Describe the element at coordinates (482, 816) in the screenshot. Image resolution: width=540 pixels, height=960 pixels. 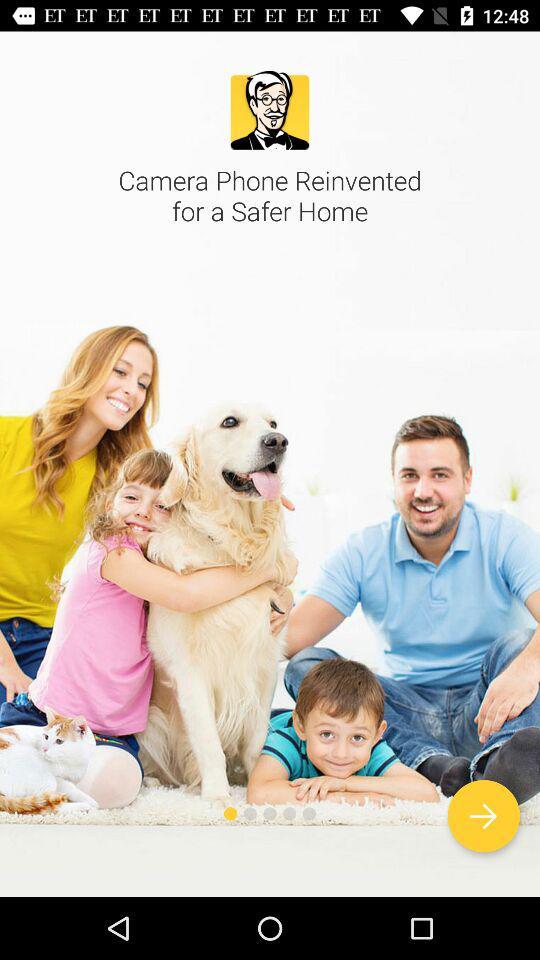
I see `the arrow_forward icon` at that location.